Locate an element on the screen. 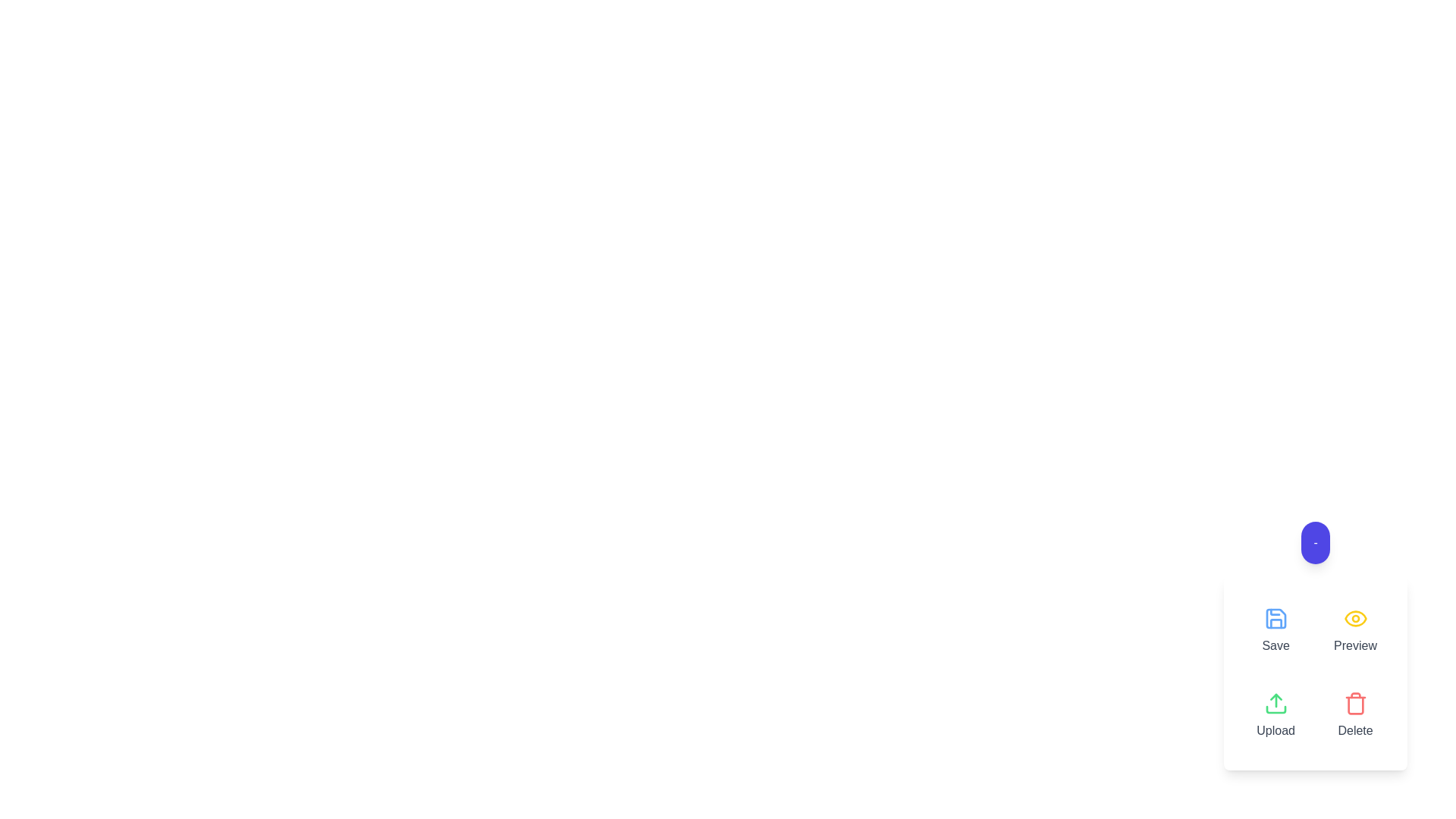 The image size is (1456, 819). the Upload button to initiate the upload operation is located at coordinates (1275, 716).